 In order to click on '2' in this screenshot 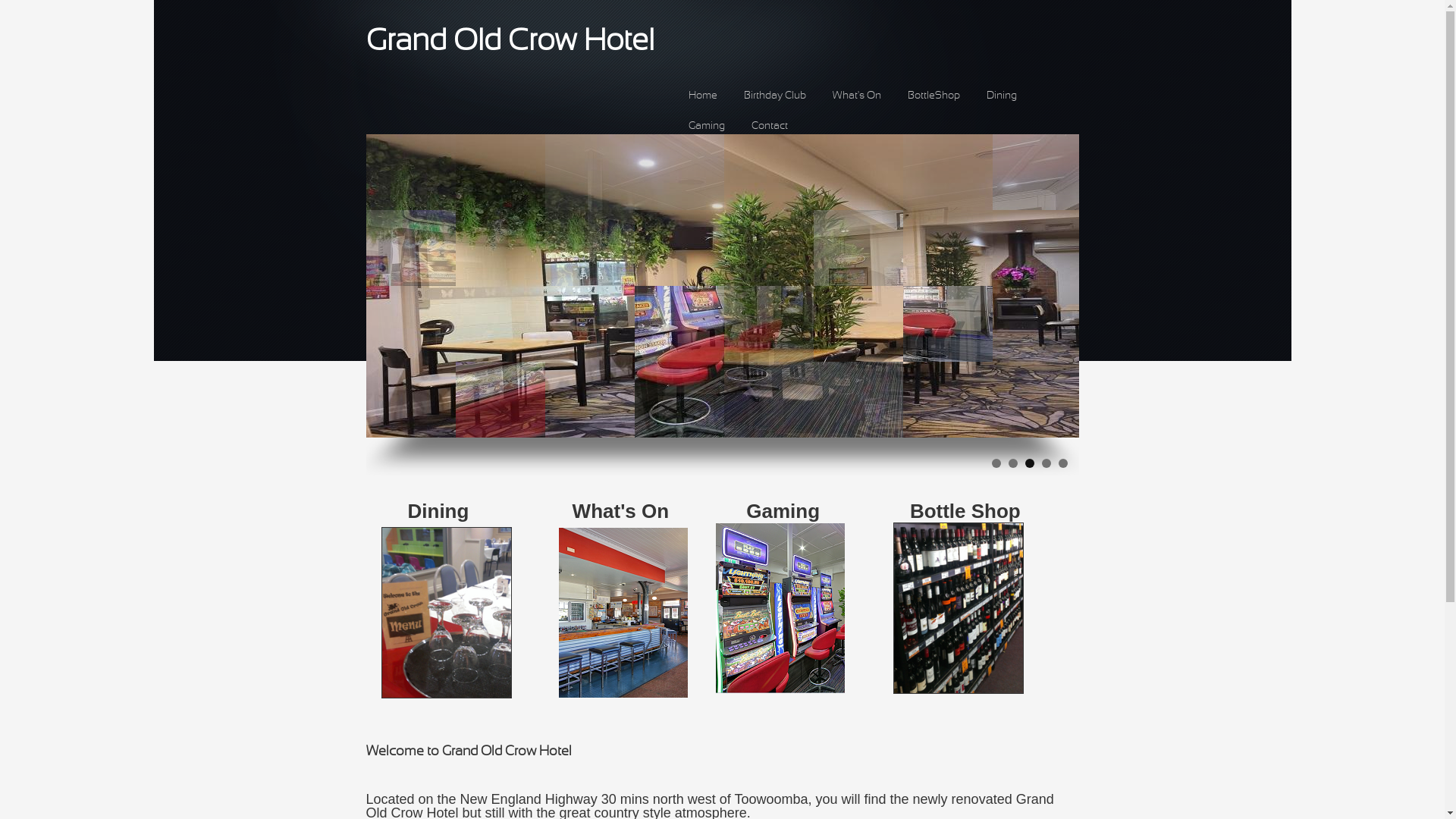, I will do `click(1012, 462)`.